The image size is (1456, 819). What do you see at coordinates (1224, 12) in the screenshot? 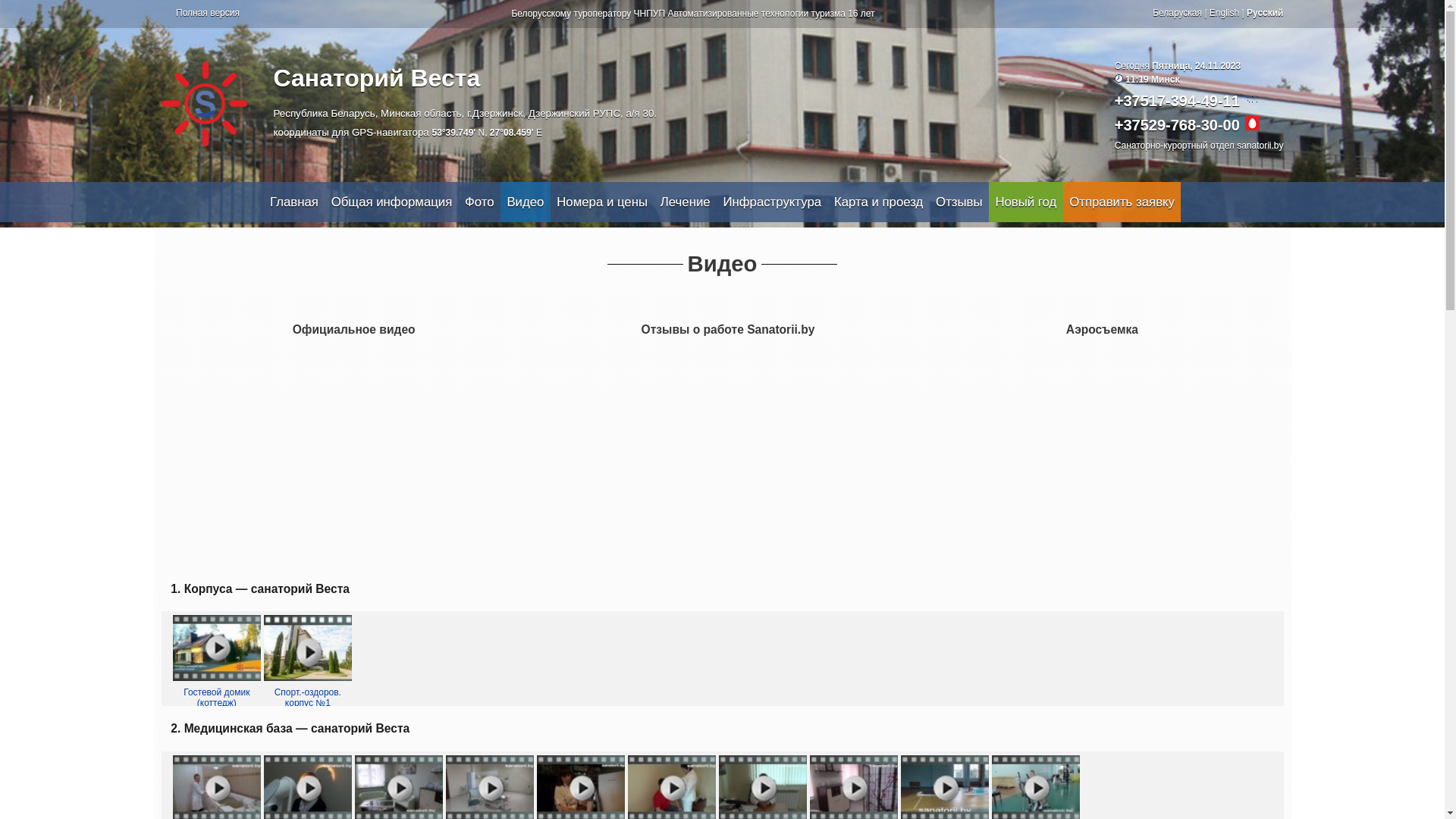
I see `'English'` at bounding box center [1224, 12].